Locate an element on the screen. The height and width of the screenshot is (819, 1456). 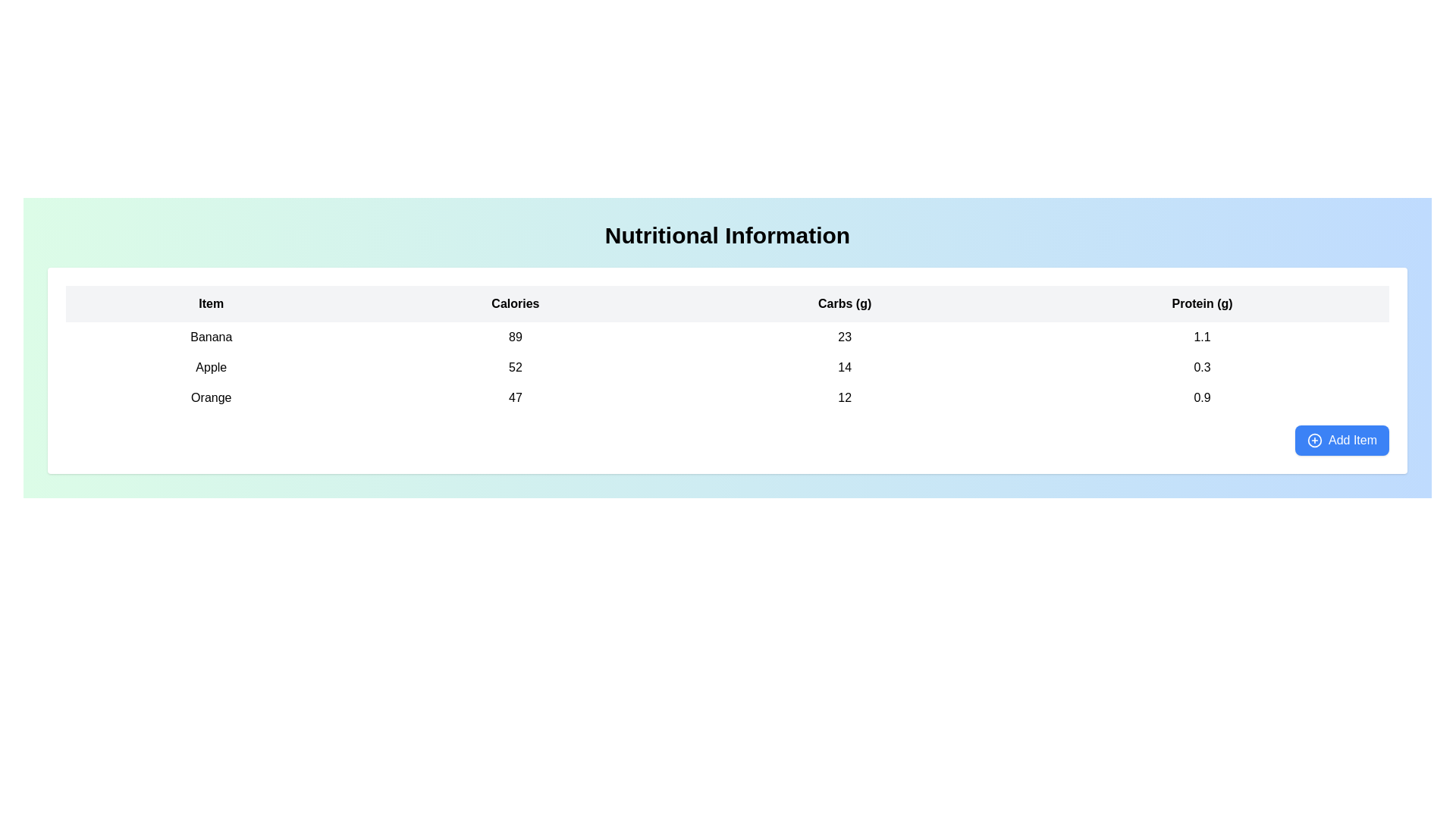
the bold text header labeled 'Item' located in the first column of the table's header row is located at coordinates (210, 304).